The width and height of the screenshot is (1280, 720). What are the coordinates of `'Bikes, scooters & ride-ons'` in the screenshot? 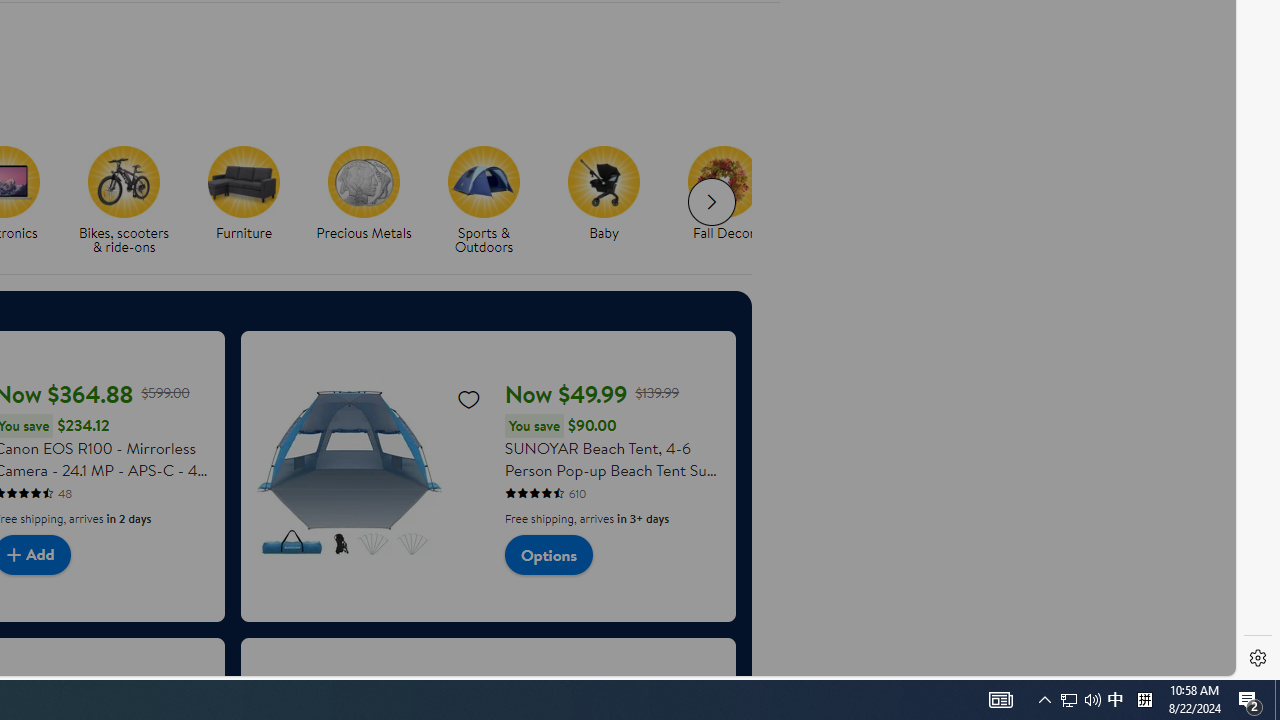 It's located at (130, 201).